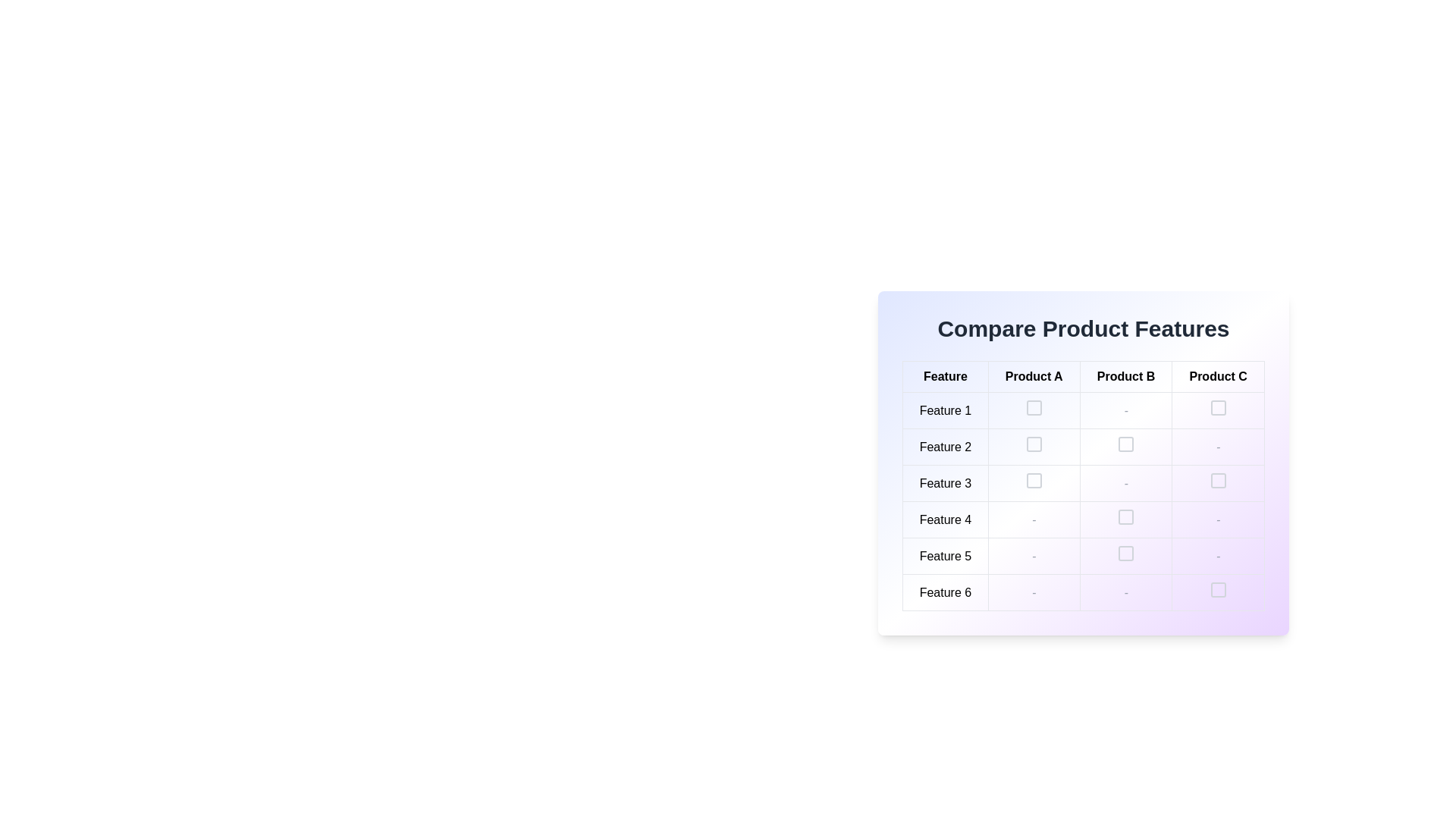  I want to click on the interactive rounded square icon within the SVG element located in the 'Product C' column for 'Feature 3' in the comparison table, so click(1218, 480).